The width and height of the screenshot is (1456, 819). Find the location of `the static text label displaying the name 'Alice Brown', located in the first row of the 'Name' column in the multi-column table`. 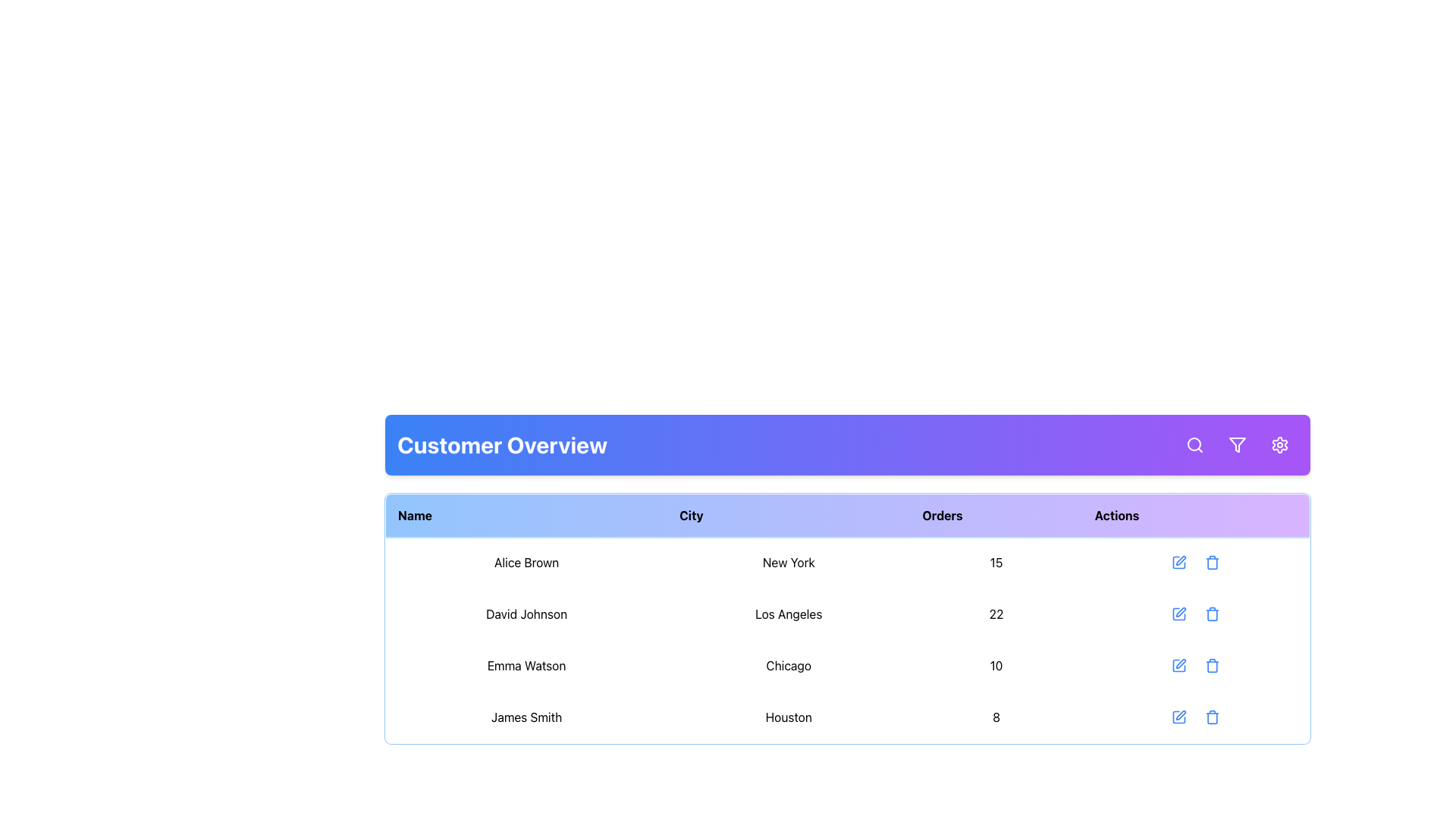

the static text label displaying the name 'Alice Brown', located in the first row of the 'Name' column in the multi-column table is located at coordinates (526, 562).